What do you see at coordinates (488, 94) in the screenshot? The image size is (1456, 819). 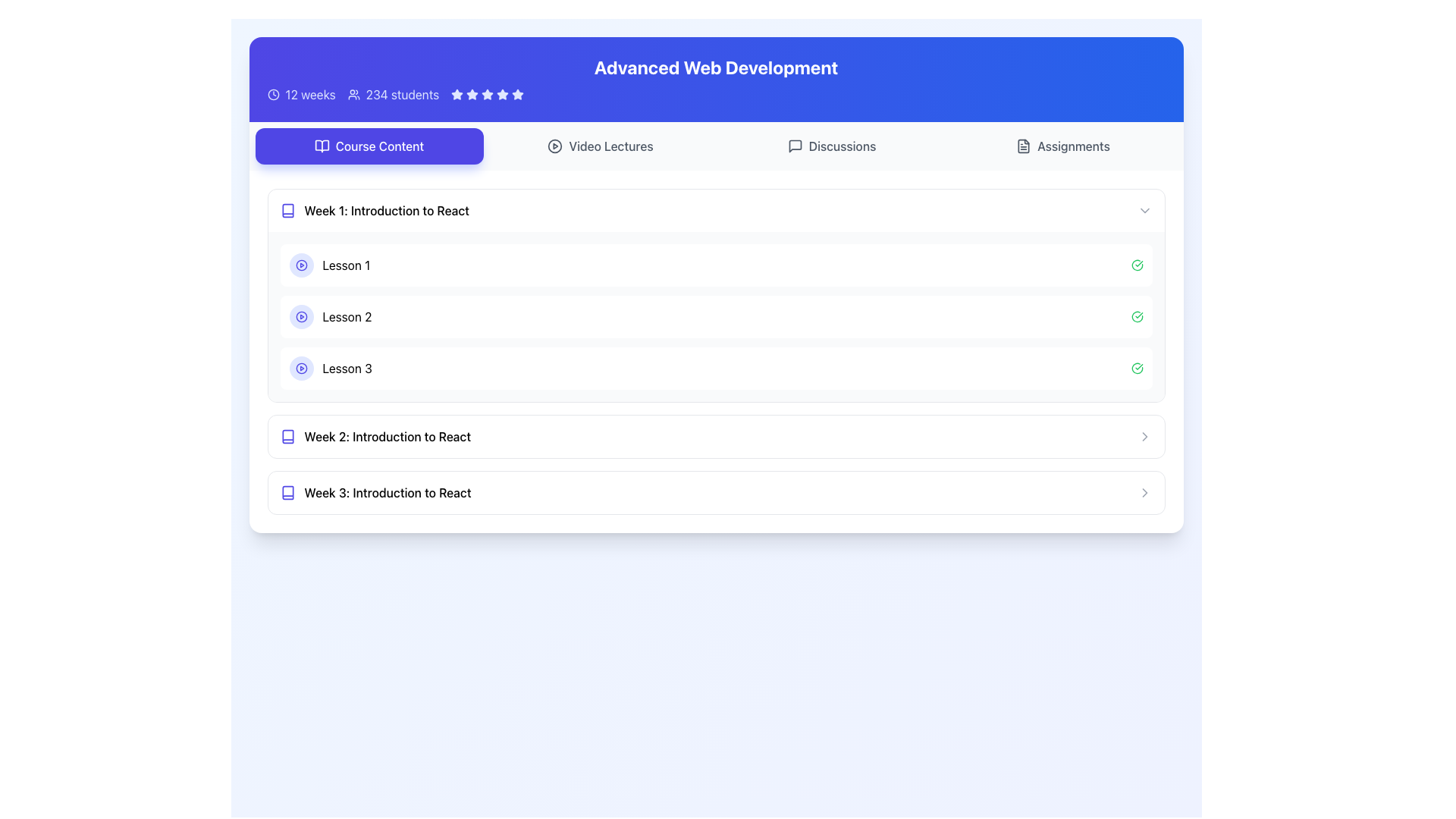 I see `the fourth star icon in the rating group, which is a five-pointed star outline filled with color, located on the top right of the central header section` at bounding box center [488, 94].